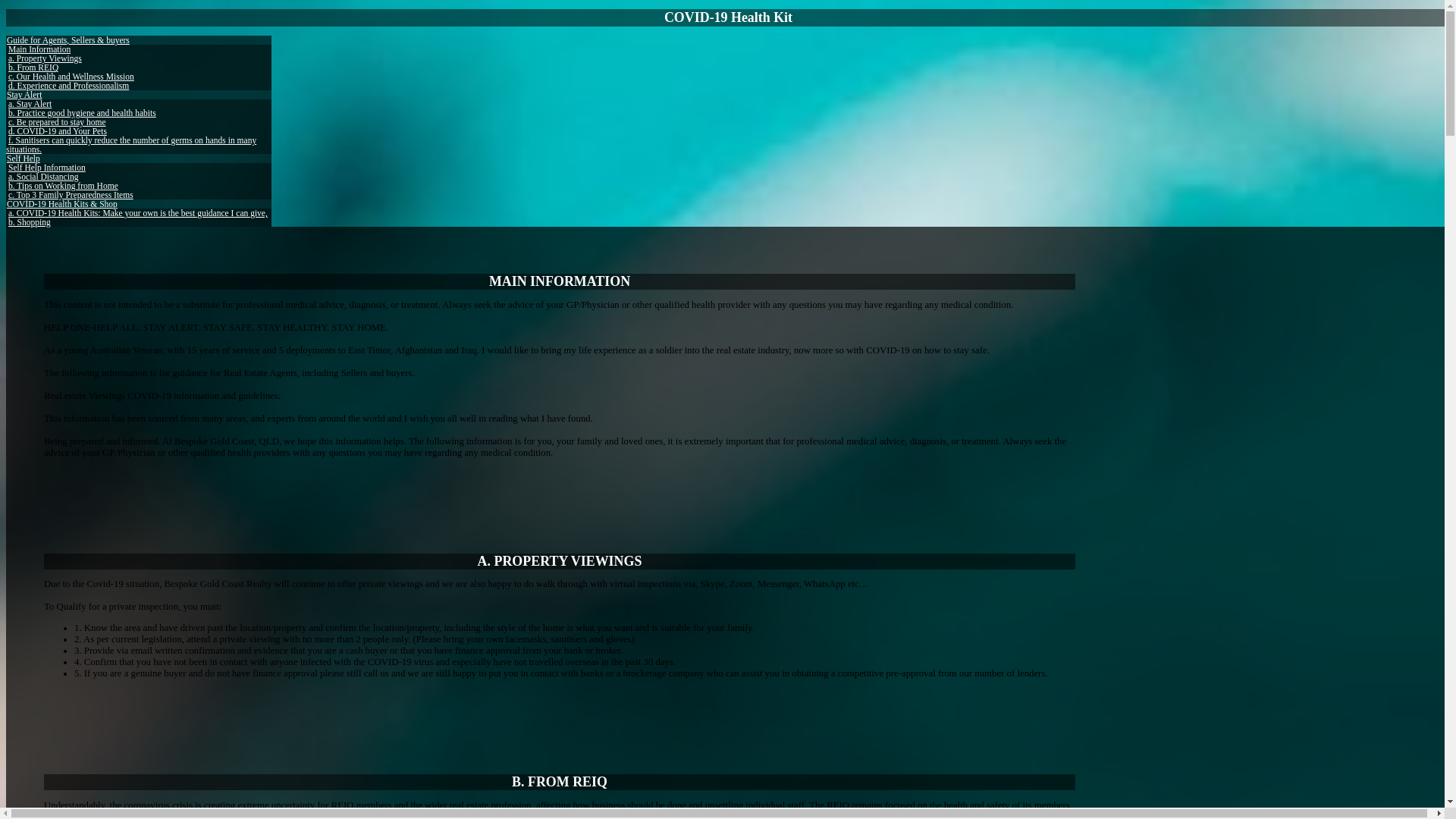  What do you see at coordinates (70, 194) in the screenshot?
I see `'c. Top 3 Family Preparedness Items'` at bounding box center [70, 194].